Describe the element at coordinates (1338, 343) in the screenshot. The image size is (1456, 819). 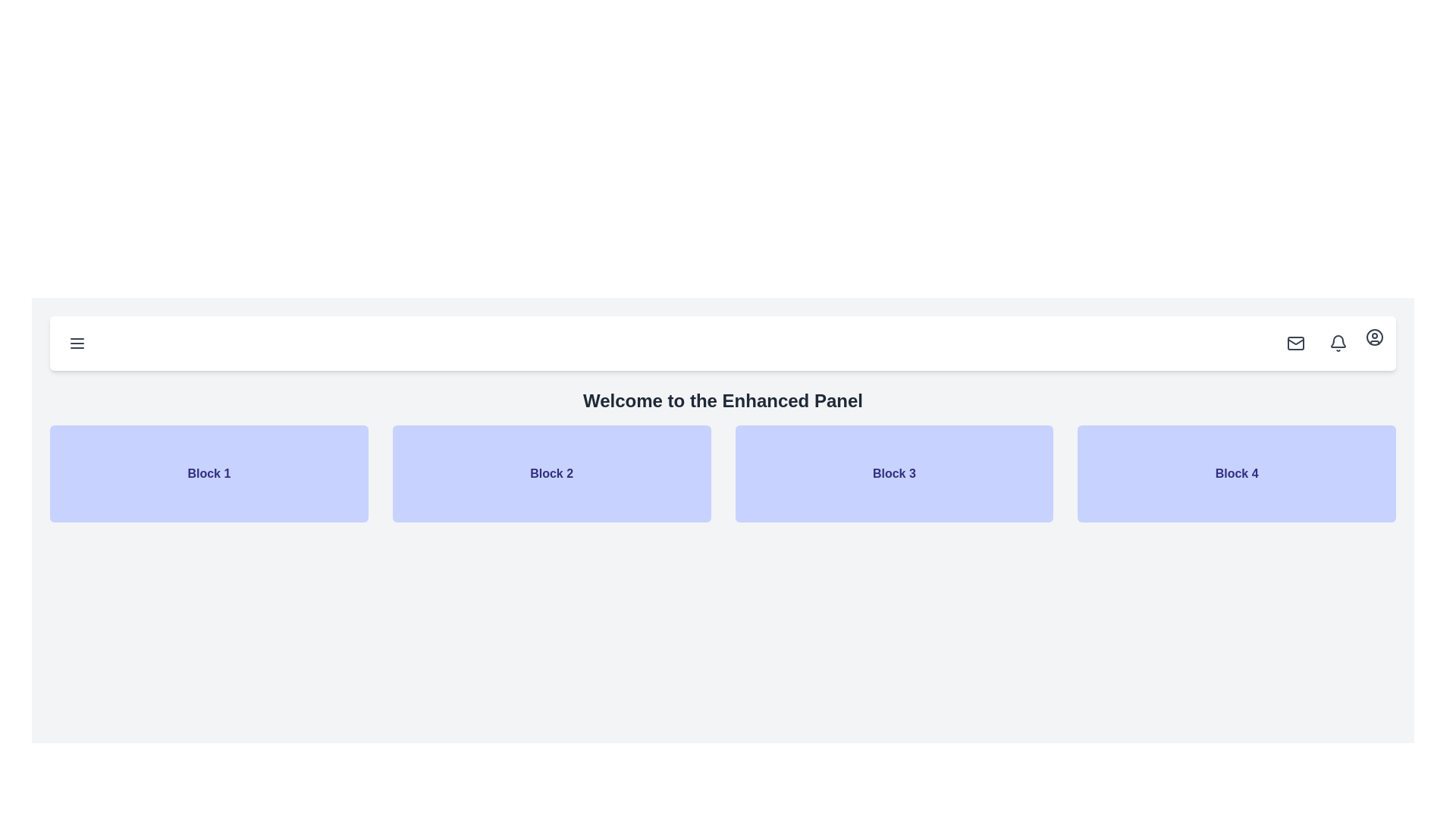
I see `the bell icon, which is a cleanly outlined light gray bell located in the top-right corner of the navigation bar, immediately left of the user avatar icon` at that location.